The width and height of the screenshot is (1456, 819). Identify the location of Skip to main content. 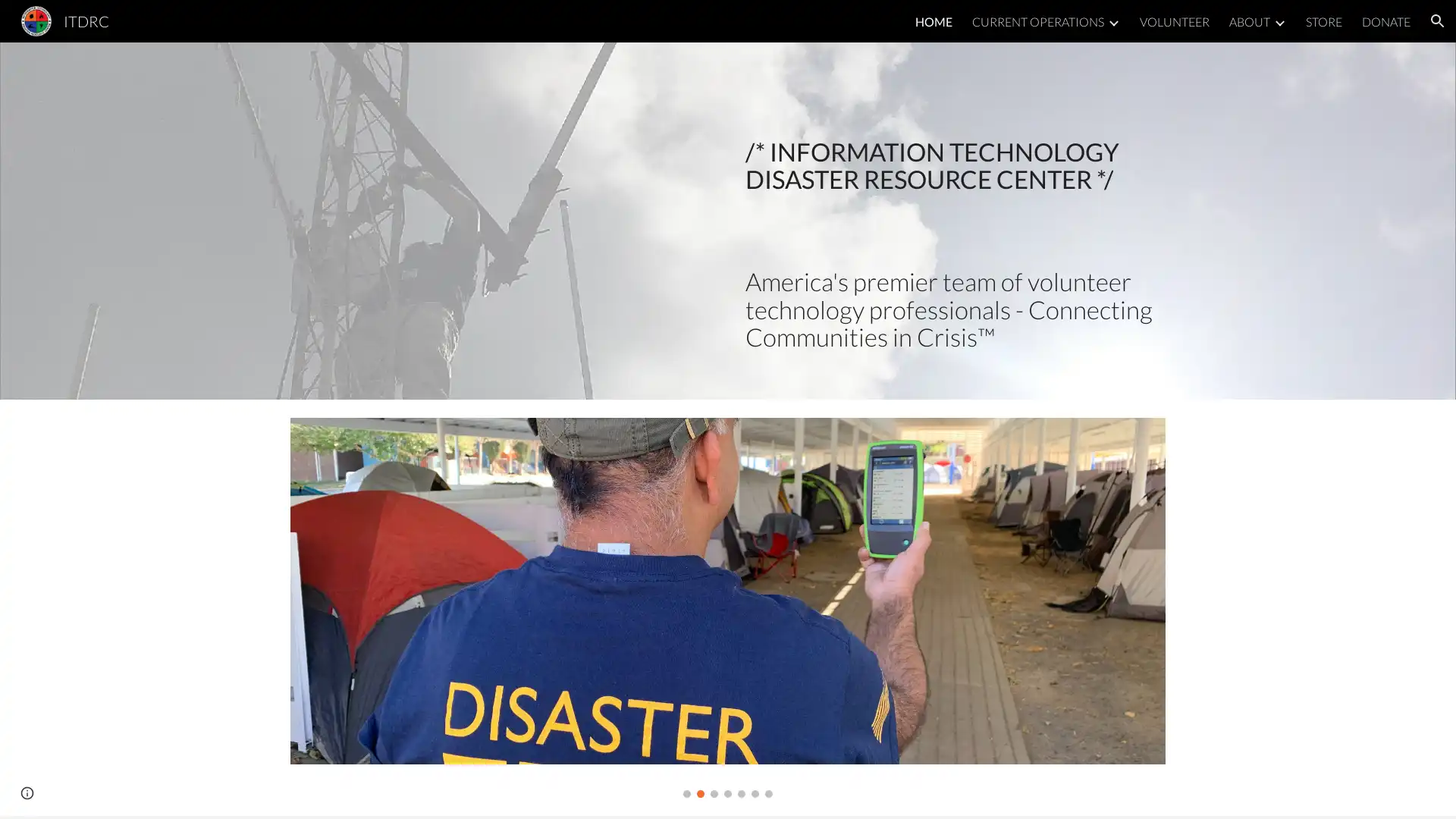
(597, 28).